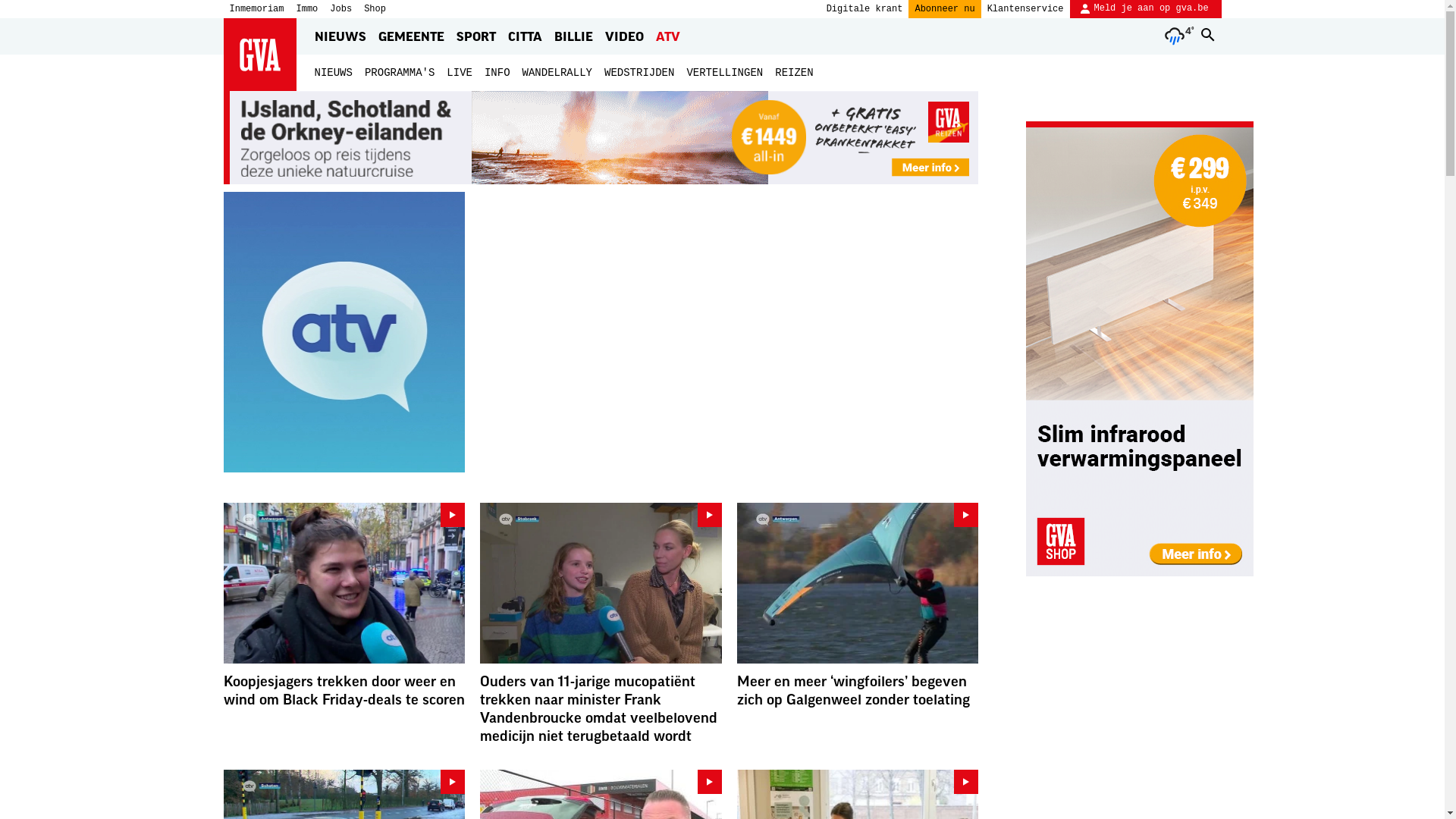 Image resolution: width=1456 pixels, height=819 pixels. I want to click on 'INFO', so click(483, 73).